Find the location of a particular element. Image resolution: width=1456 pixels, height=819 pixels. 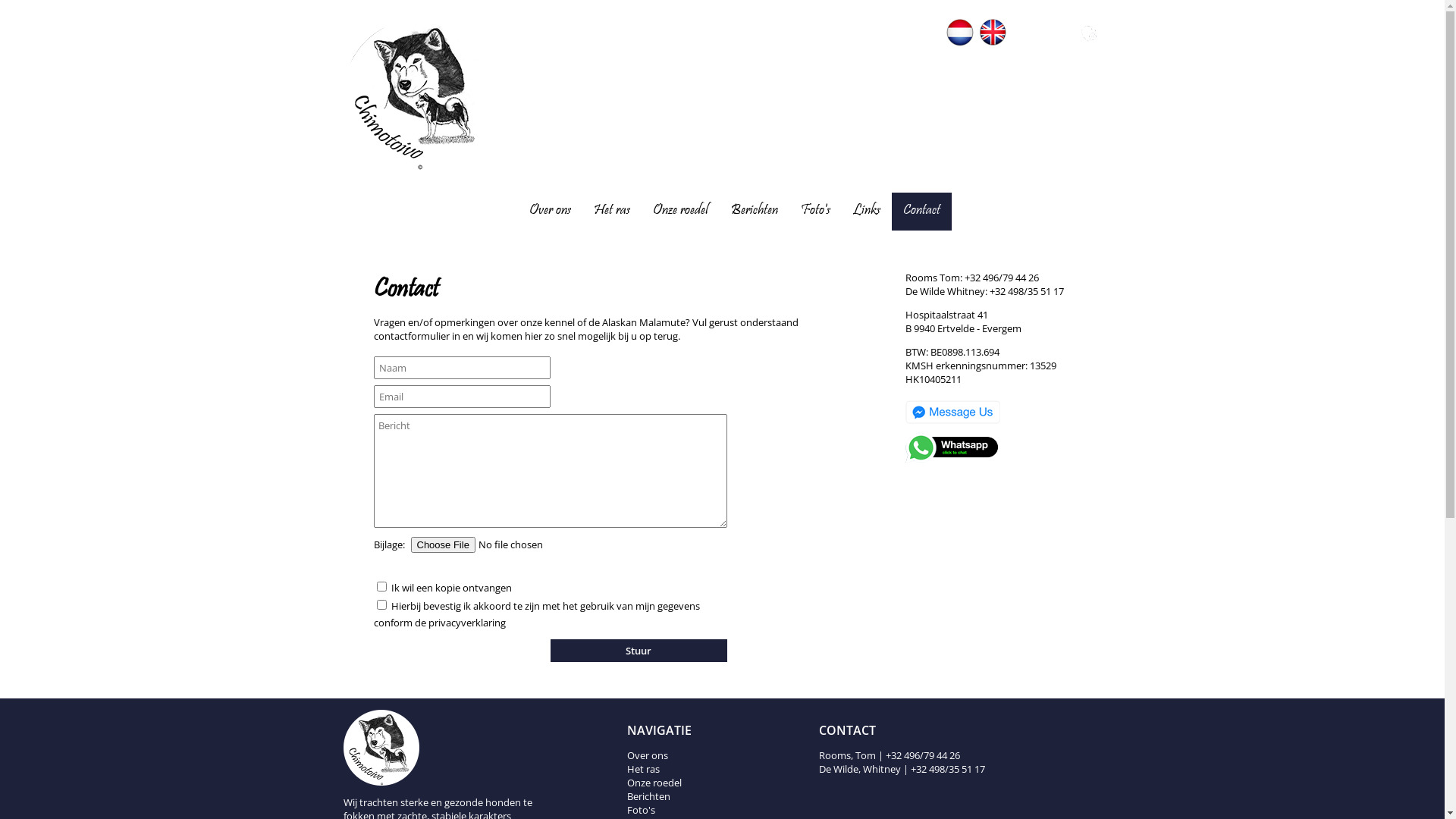

'Privacy policy' is located at coordinates (1087, 42).